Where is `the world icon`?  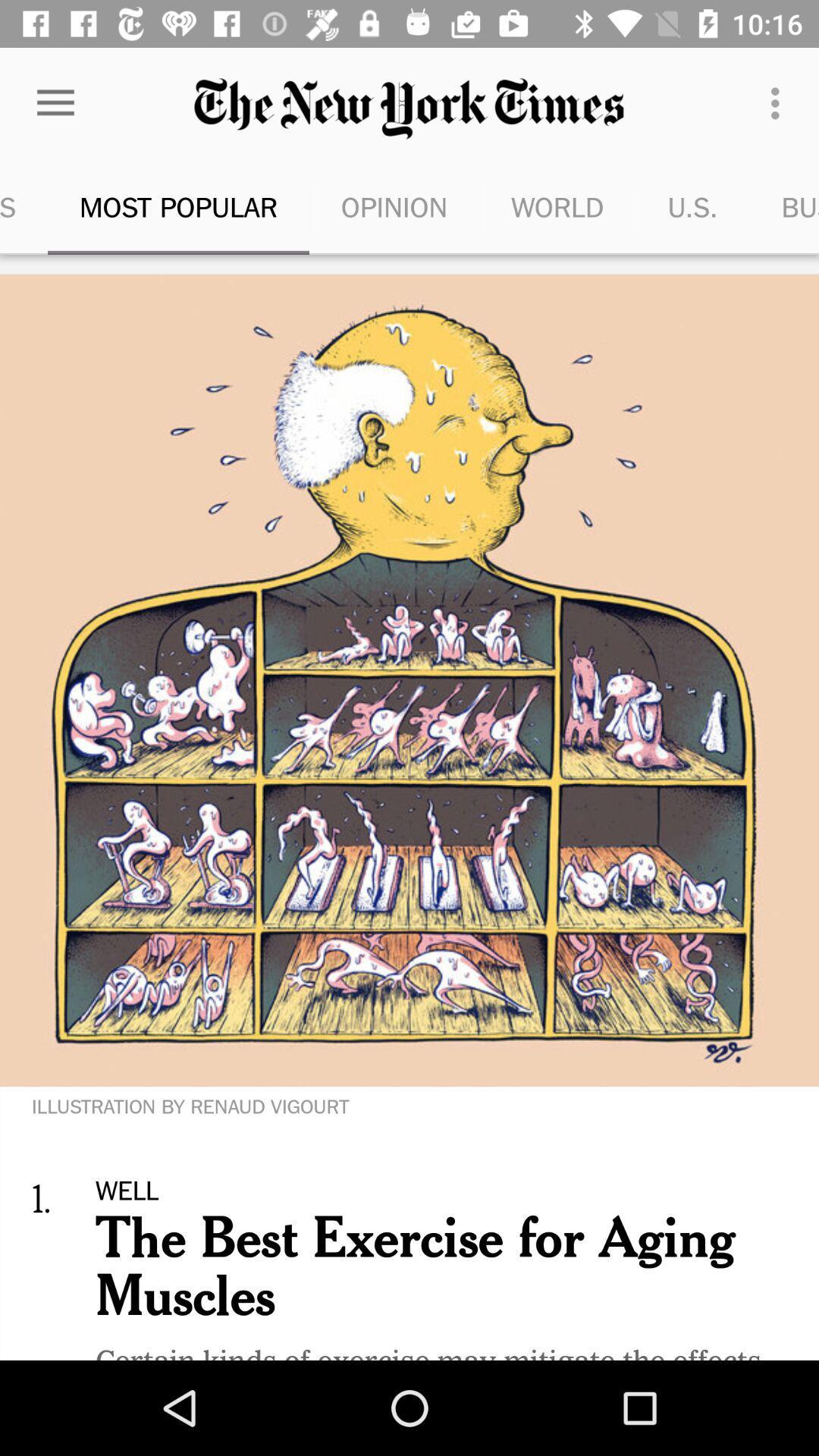 the world icon is located at coordinates (557, 206).